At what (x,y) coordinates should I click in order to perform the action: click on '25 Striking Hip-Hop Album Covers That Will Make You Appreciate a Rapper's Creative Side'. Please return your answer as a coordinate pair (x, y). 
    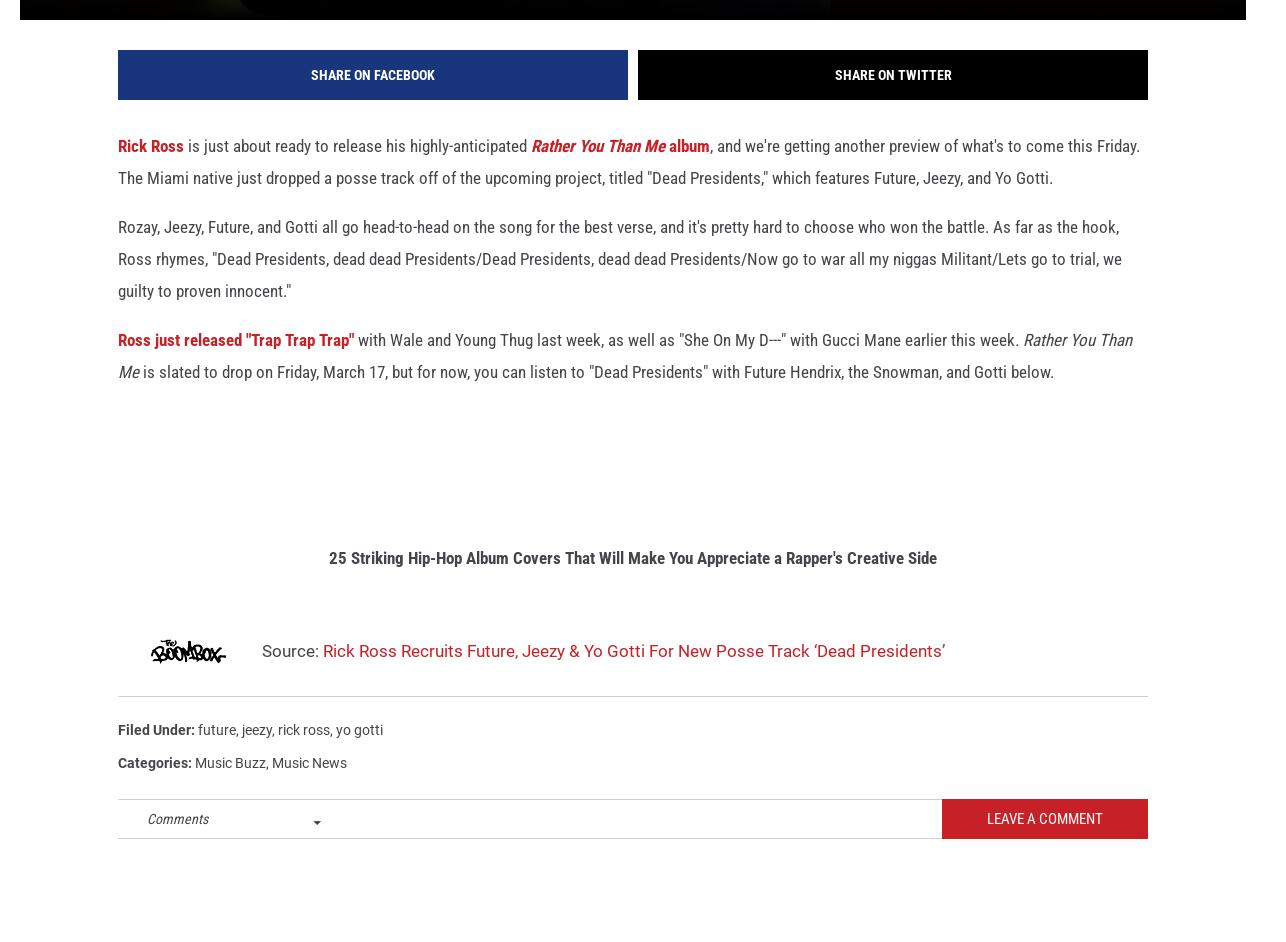
    Looking at the image, I should click on (631, 584).